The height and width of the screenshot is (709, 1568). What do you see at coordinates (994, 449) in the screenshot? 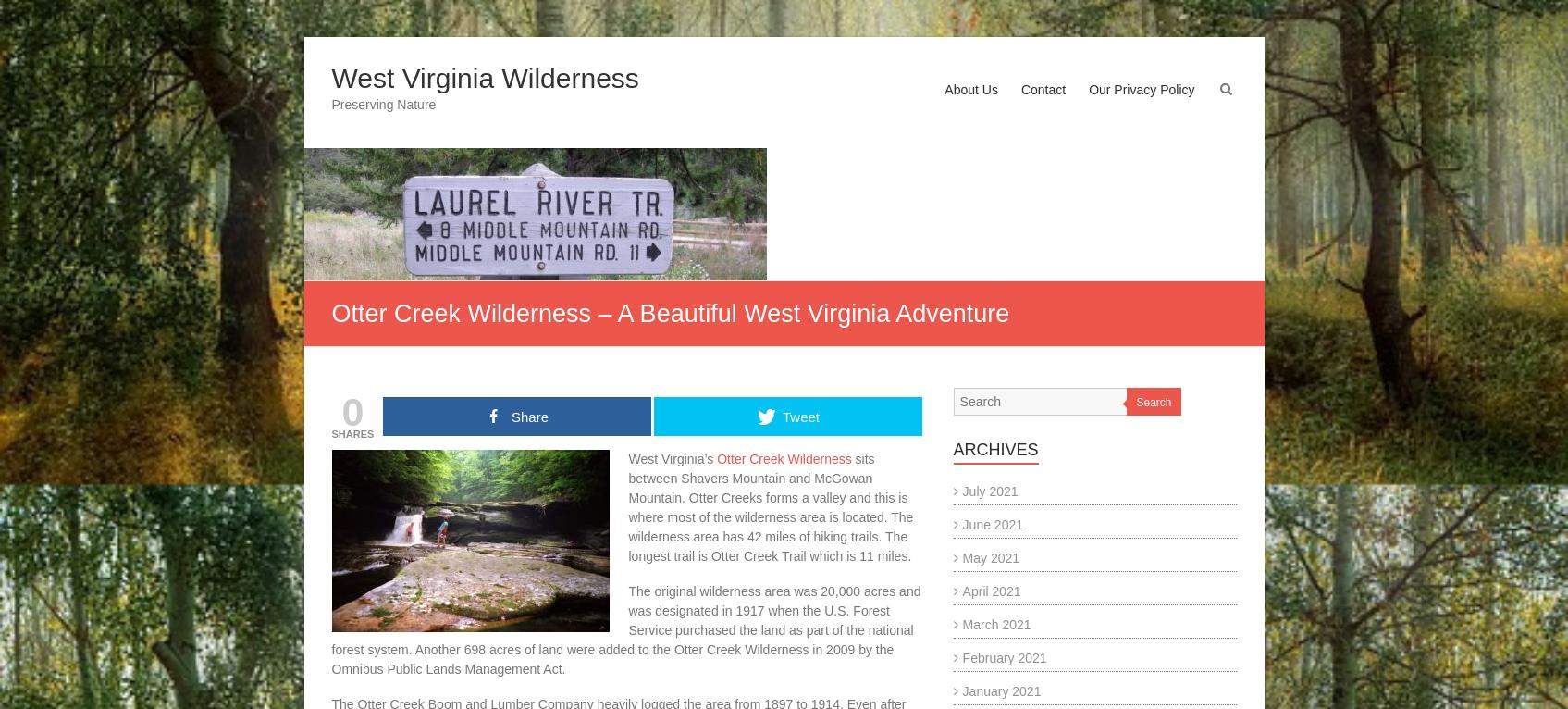
I see `'Archives'` at bounding box center [994, 449].